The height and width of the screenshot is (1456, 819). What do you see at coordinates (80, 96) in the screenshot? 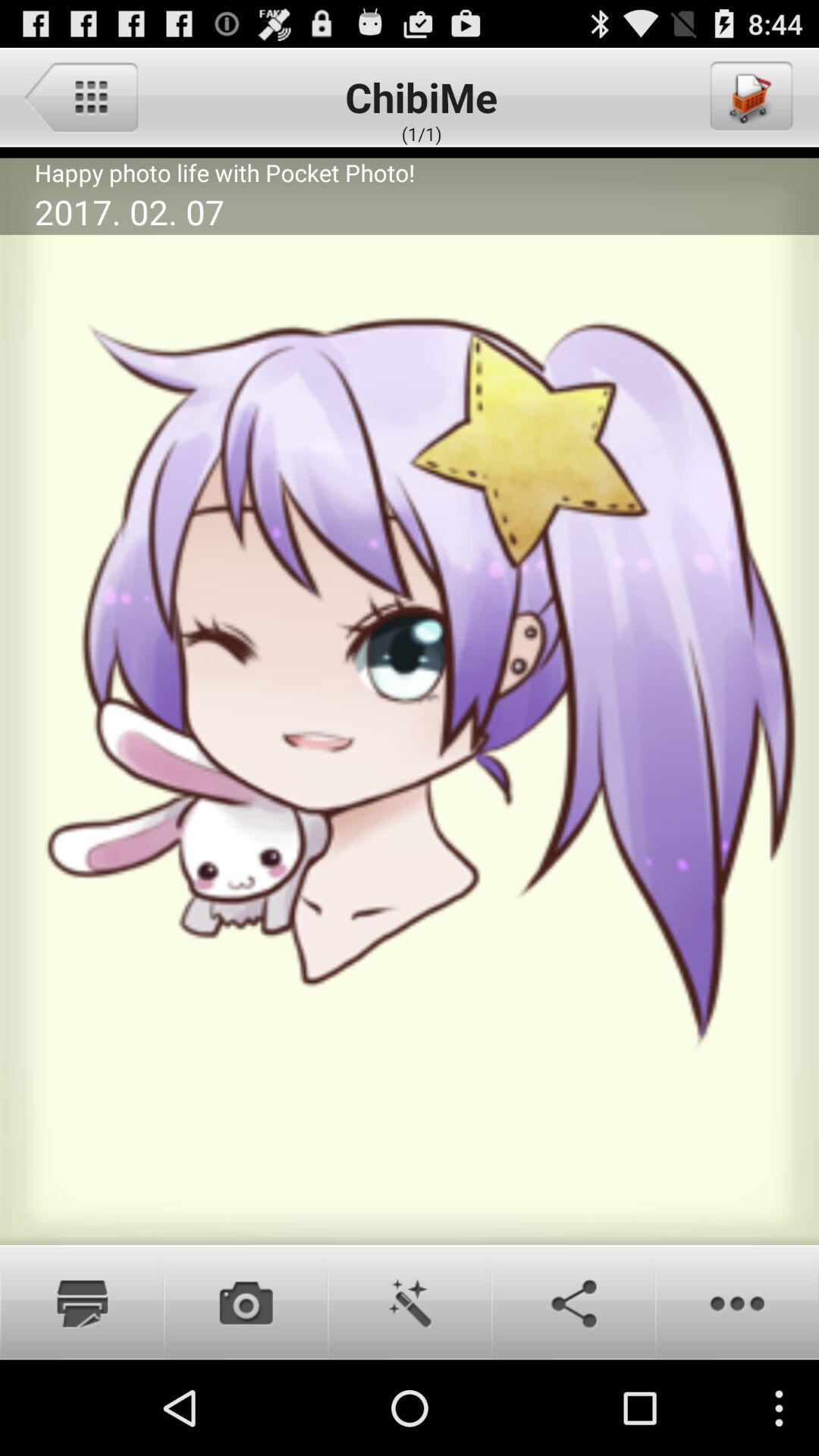
I see `parameter button` at bounding box center [80, 96].